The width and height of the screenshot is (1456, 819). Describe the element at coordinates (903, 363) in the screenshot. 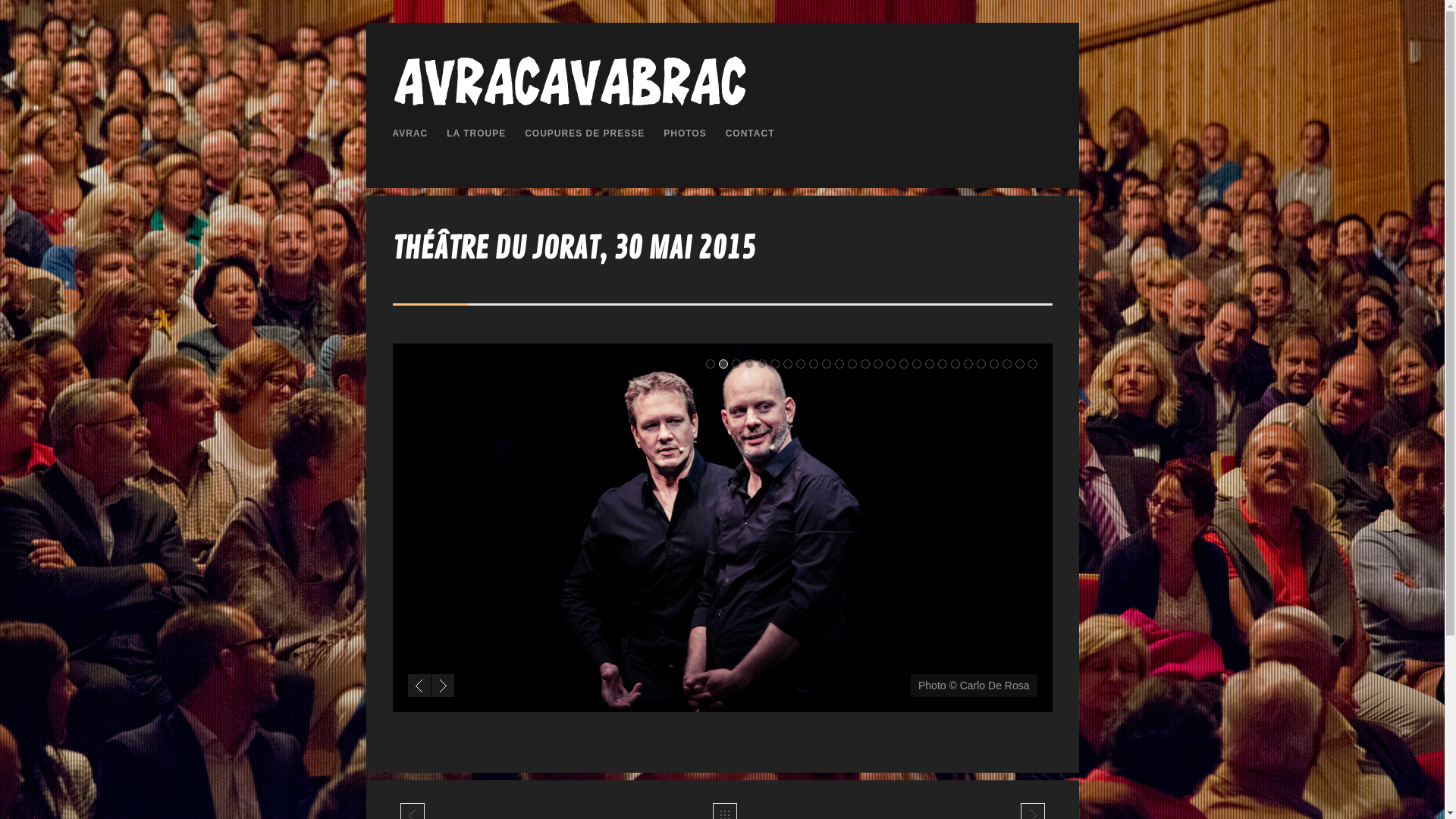

I see `'16'` at that location.